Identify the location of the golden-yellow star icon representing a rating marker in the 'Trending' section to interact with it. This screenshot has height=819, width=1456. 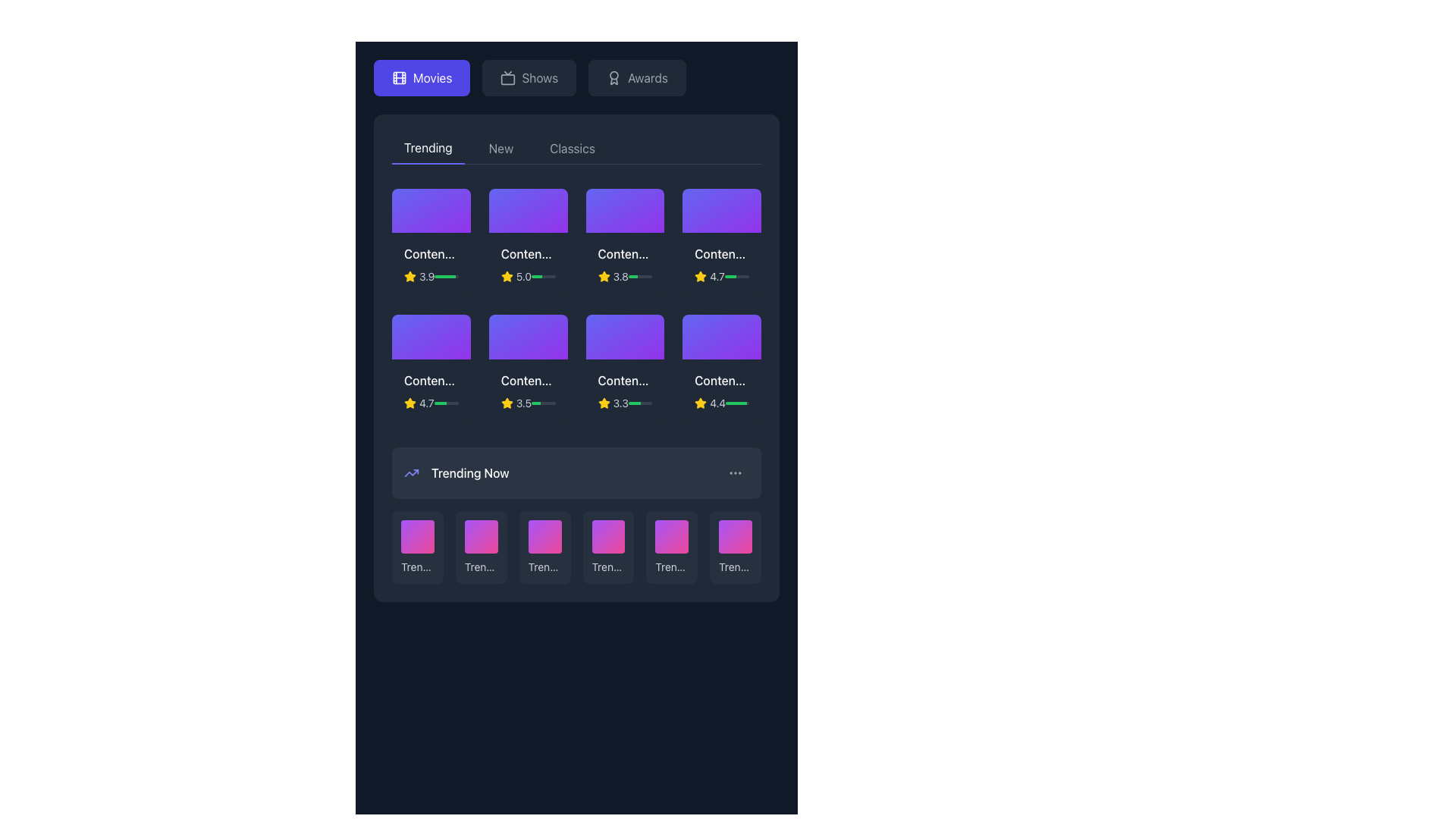
(410, 402).